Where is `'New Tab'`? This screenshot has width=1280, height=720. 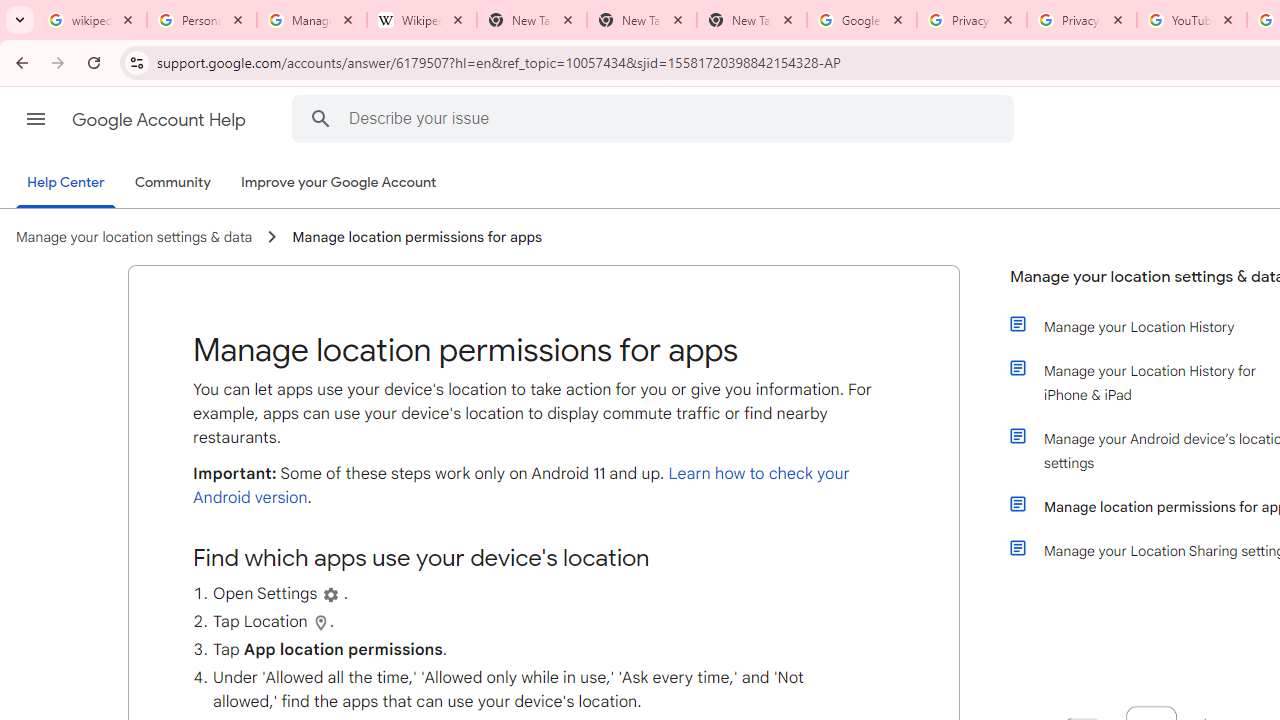
'New Tab' is located at coordinates (642, 20).